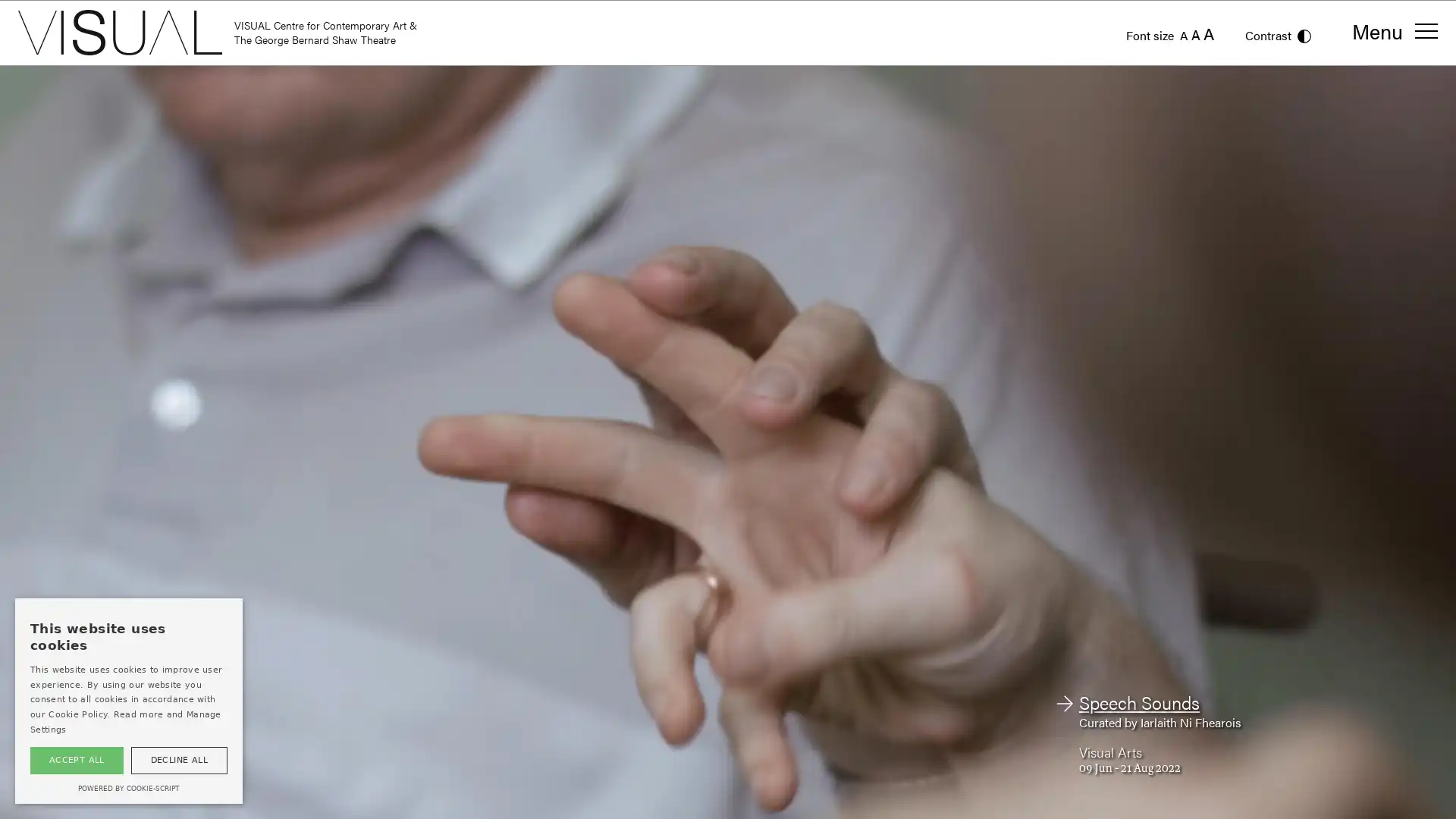  Describe the element at coordinates (75, 760) in the screenshot. I see `ACCEPT ALL` at that location.